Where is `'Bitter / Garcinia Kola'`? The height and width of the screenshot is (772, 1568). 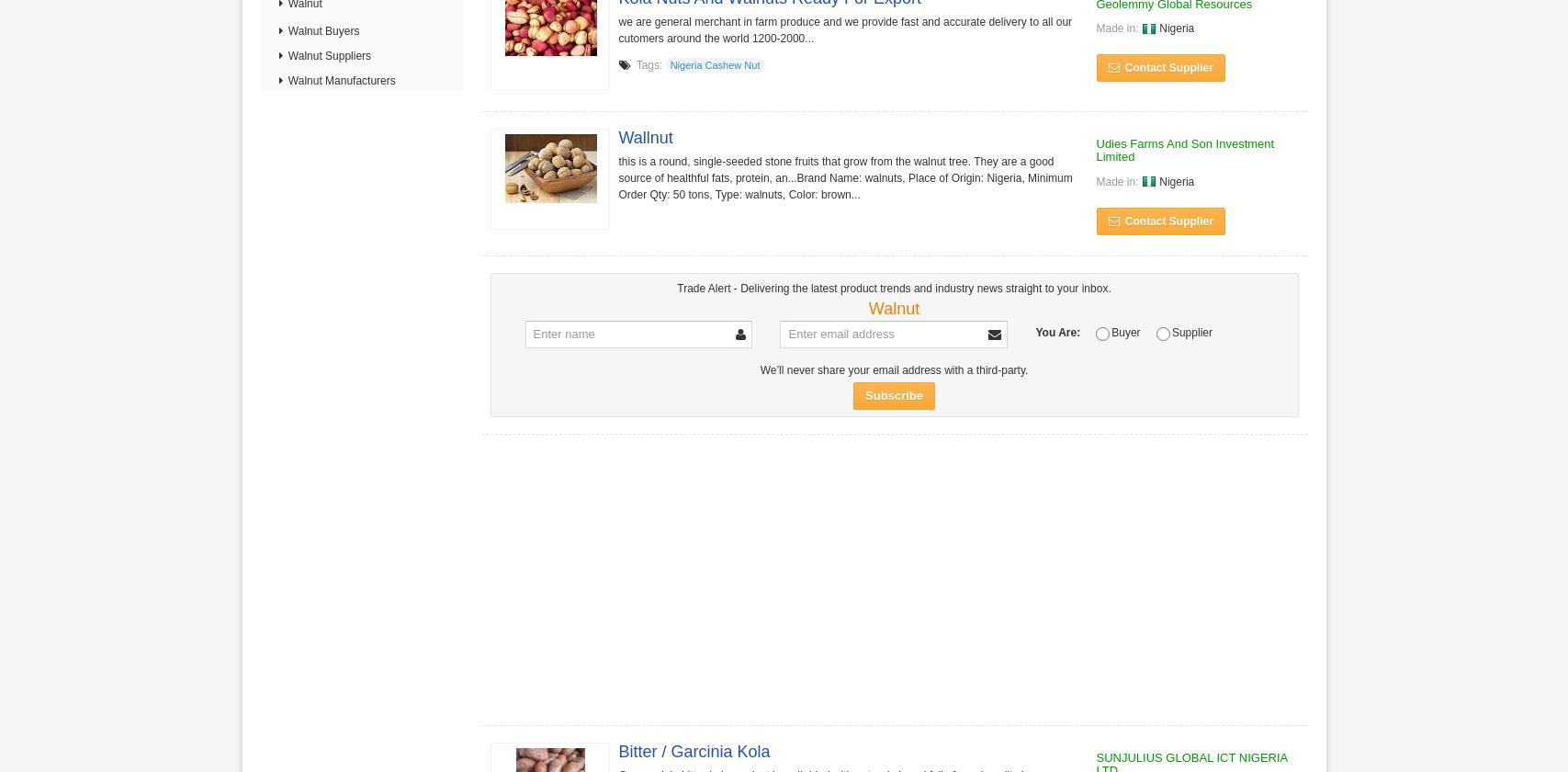
'Bitter / Garcinia Kola' is located at coordinates (694, 750).